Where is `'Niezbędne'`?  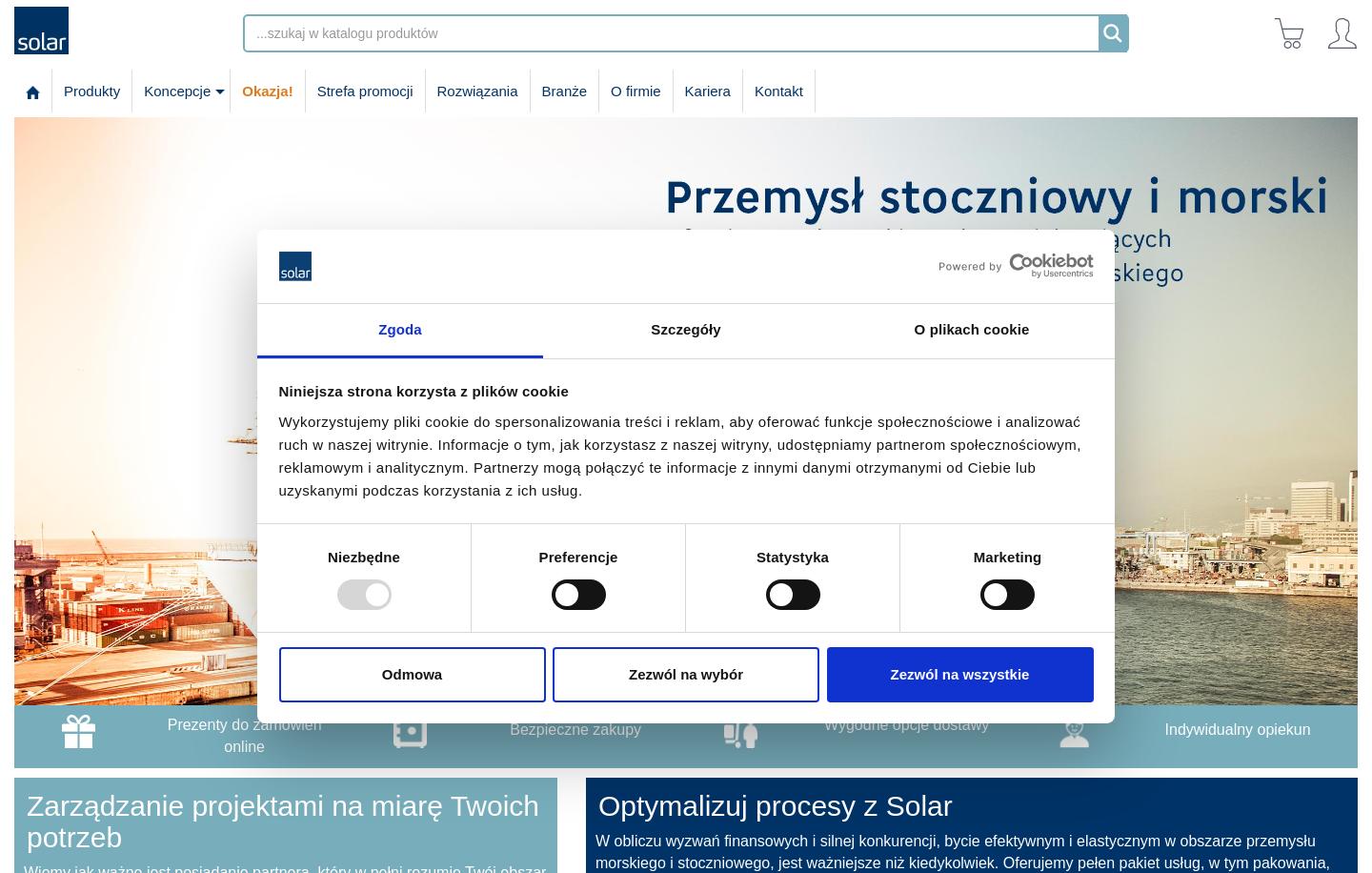
'Niezbędne' is located at coordinates (362, 556).